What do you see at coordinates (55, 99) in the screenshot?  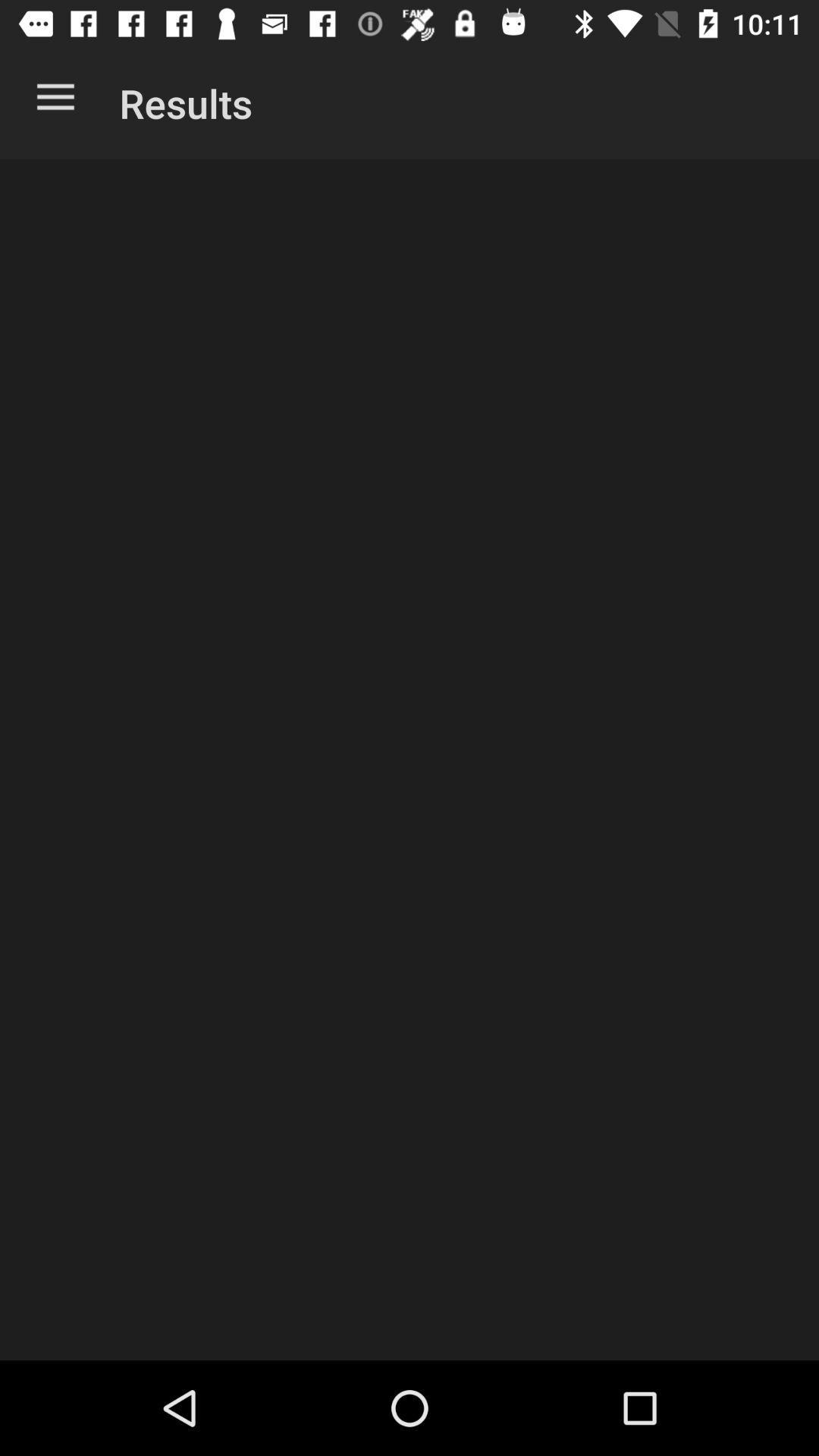 I see `item next to the results` at bounding box center [55, 99].